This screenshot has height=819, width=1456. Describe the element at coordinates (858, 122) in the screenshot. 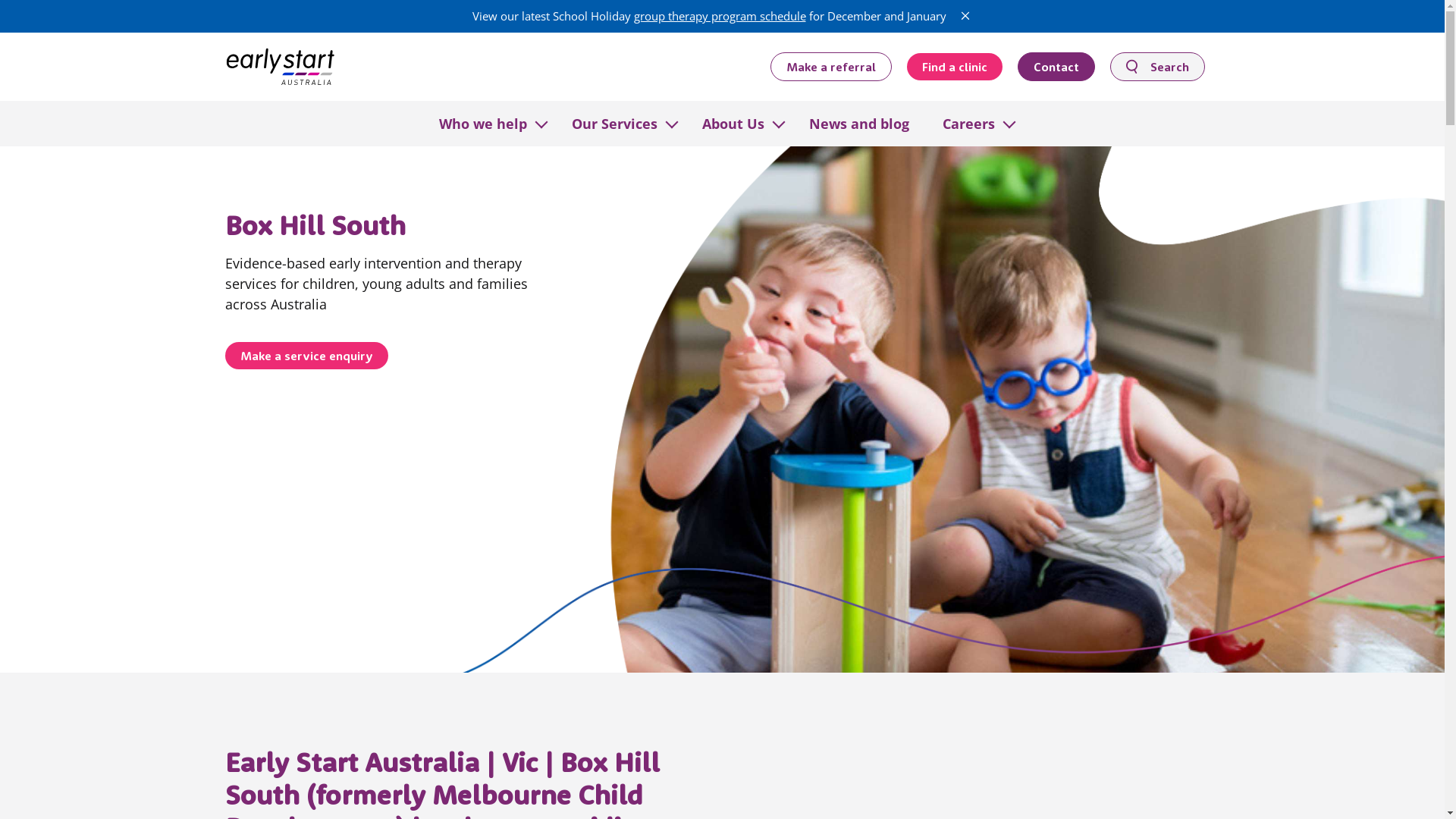

I see `'News and blog'` at that location.